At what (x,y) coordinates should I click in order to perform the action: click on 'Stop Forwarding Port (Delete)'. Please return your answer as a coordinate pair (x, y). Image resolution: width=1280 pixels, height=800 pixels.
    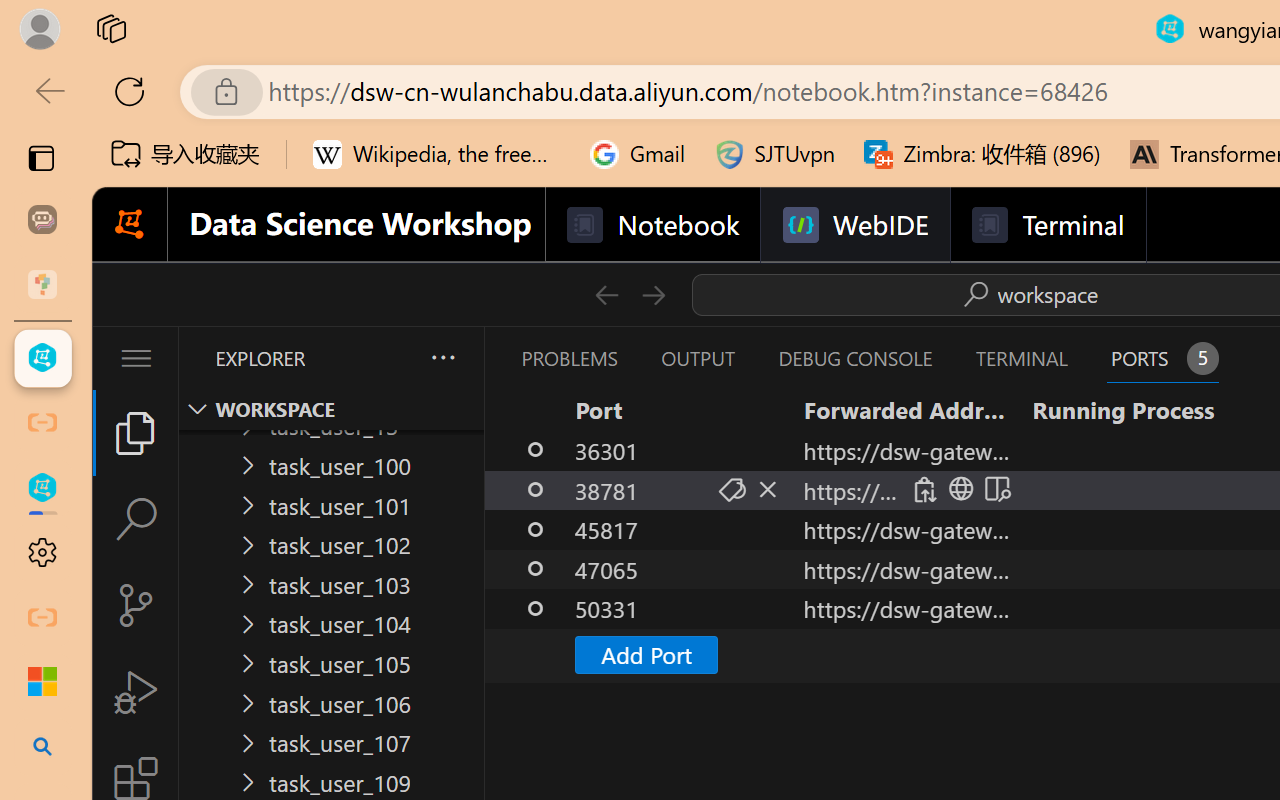
    Looking at the image, I should click on (765, 489).